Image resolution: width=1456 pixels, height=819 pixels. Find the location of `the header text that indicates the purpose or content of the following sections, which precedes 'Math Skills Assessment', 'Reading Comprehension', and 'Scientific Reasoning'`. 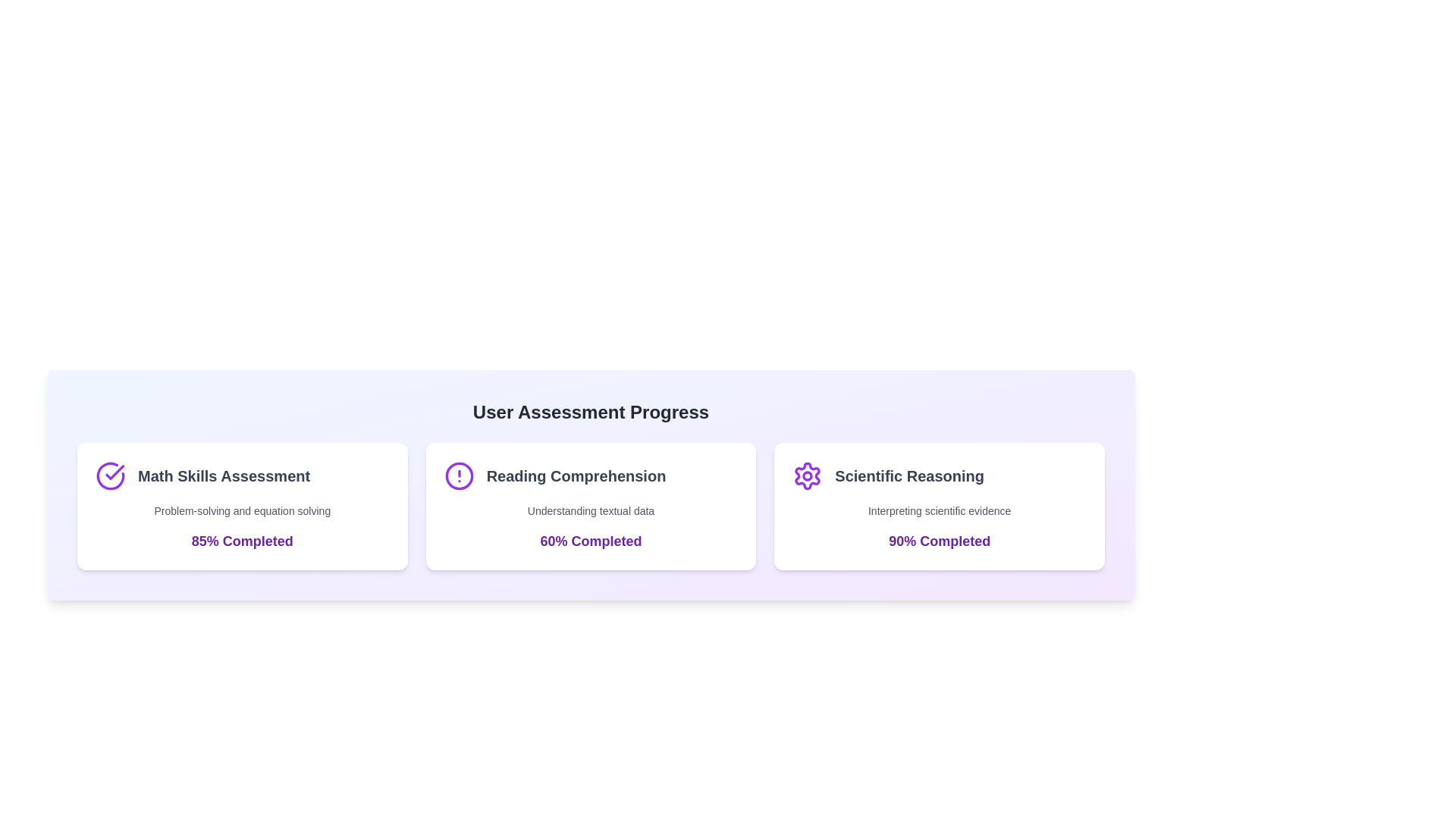

the header text that indicates the purpose or content of the following sections, which precedes 'Math Skills Assessment', 'Reading Comprehension', and 'Scientific Reasoning' is located at coordinates (590, 412).